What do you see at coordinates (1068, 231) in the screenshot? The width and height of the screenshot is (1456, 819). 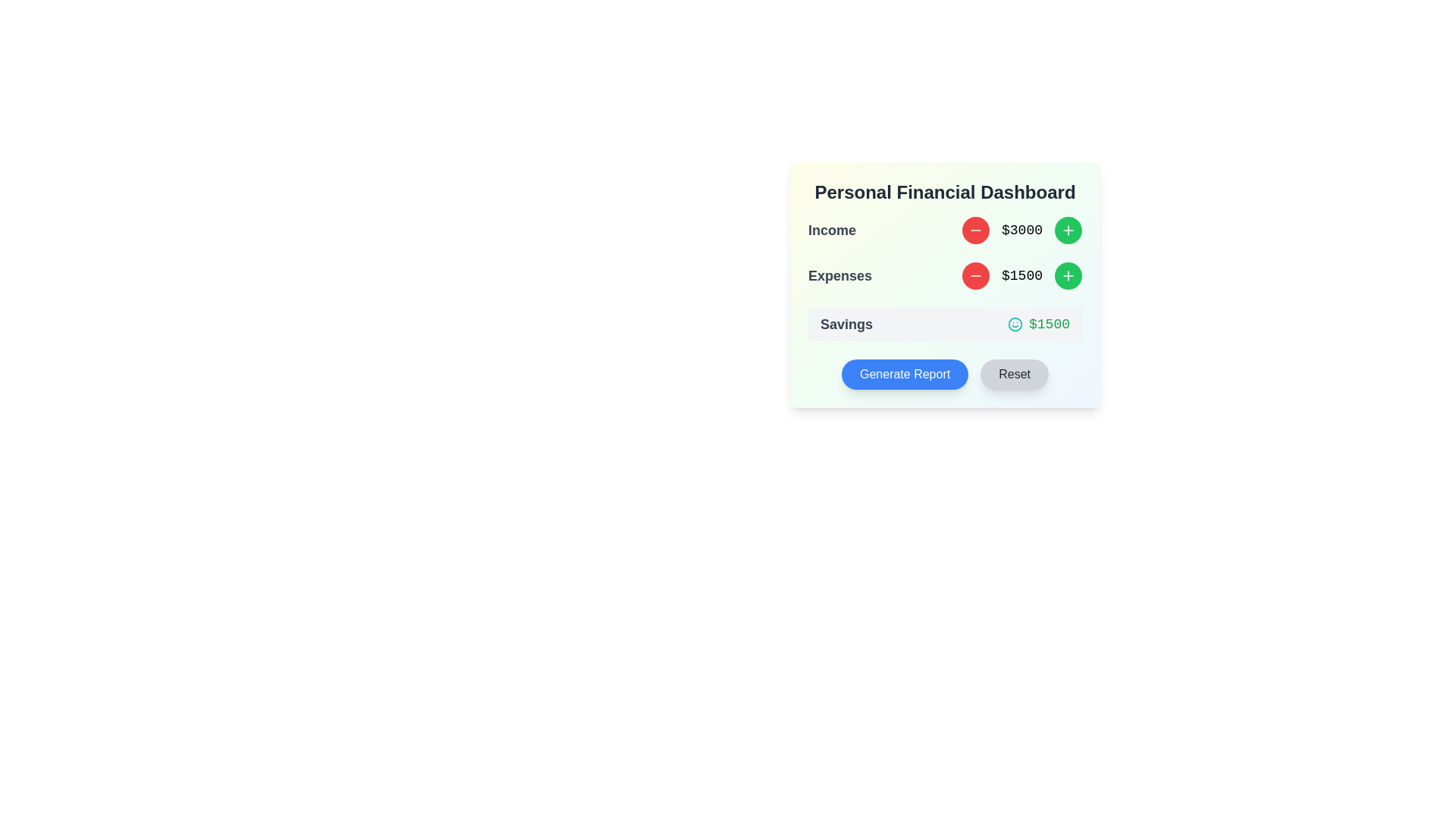 I see `the green circular button with a white plus sign, located to the right of the 'Expenses' label and aligned with the value $1500` at bounding box center [1068, 231].